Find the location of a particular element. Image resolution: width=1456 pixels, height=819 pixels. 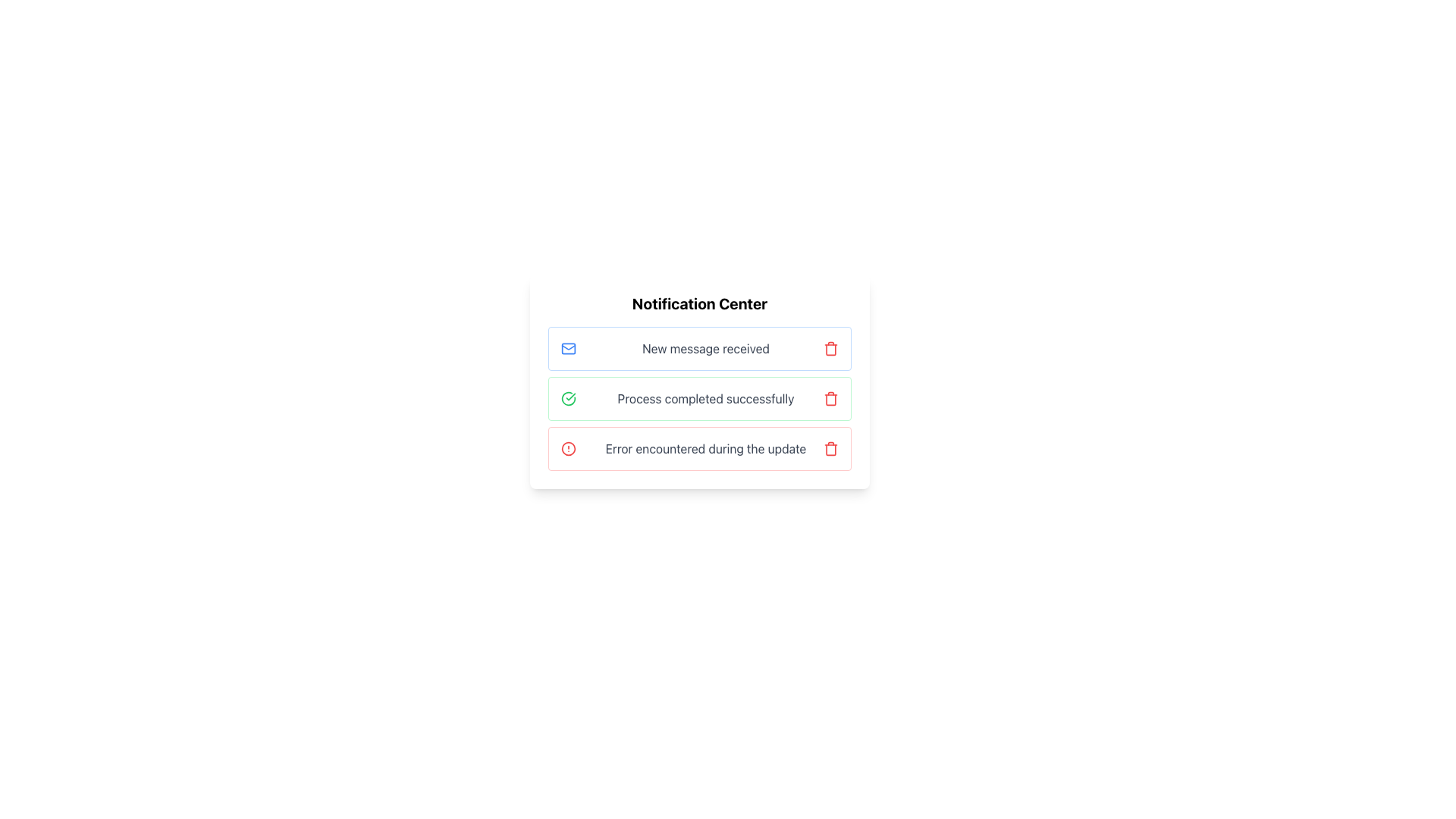

the deletion button located in the notification message box labeled 'Process completed successfully' to trigger styling effects is located at coordinates (830, 397).